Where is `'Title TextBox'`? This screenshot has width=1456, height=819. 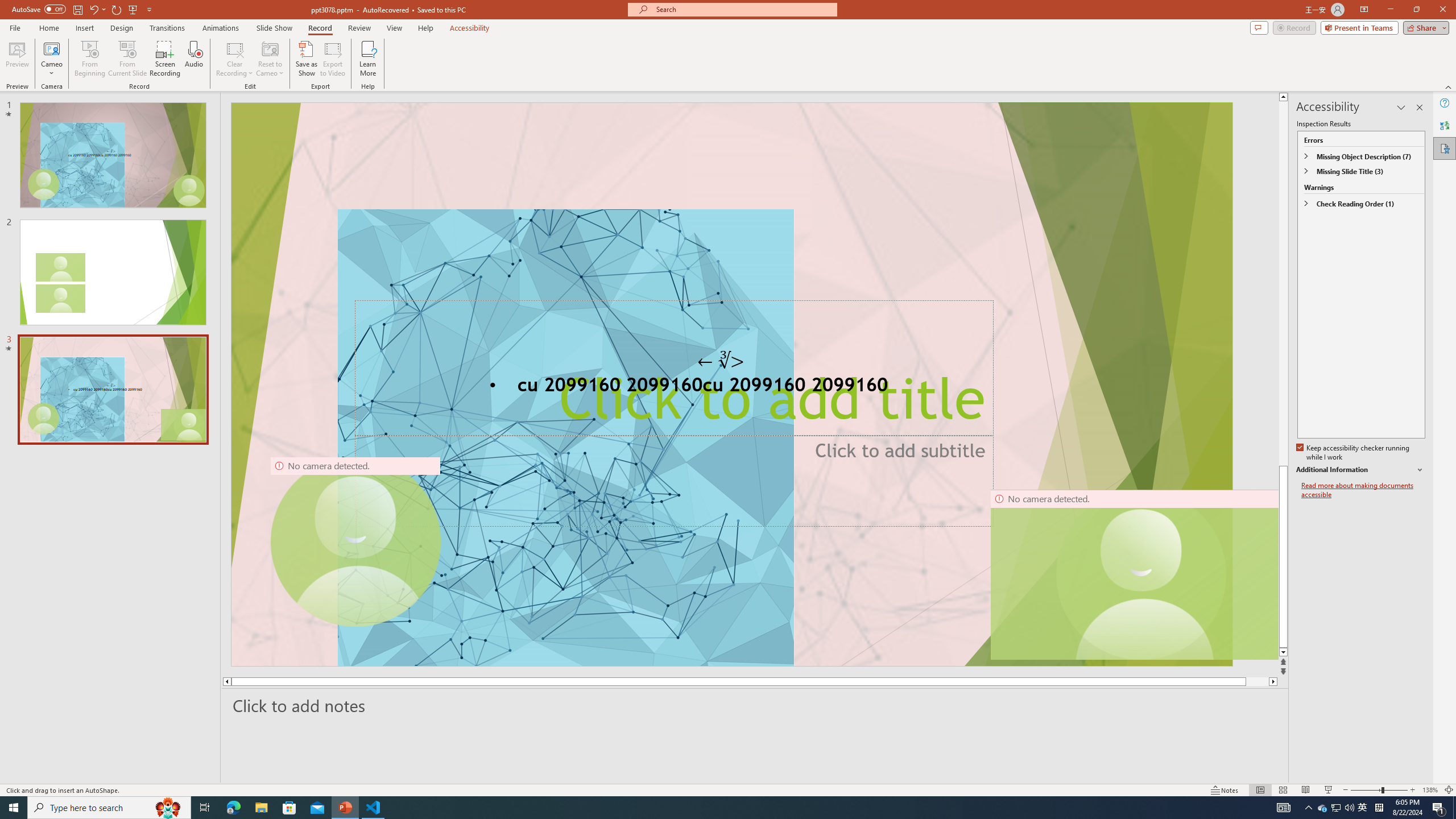
'Title TextBox' is located at coordinates (674, 368).